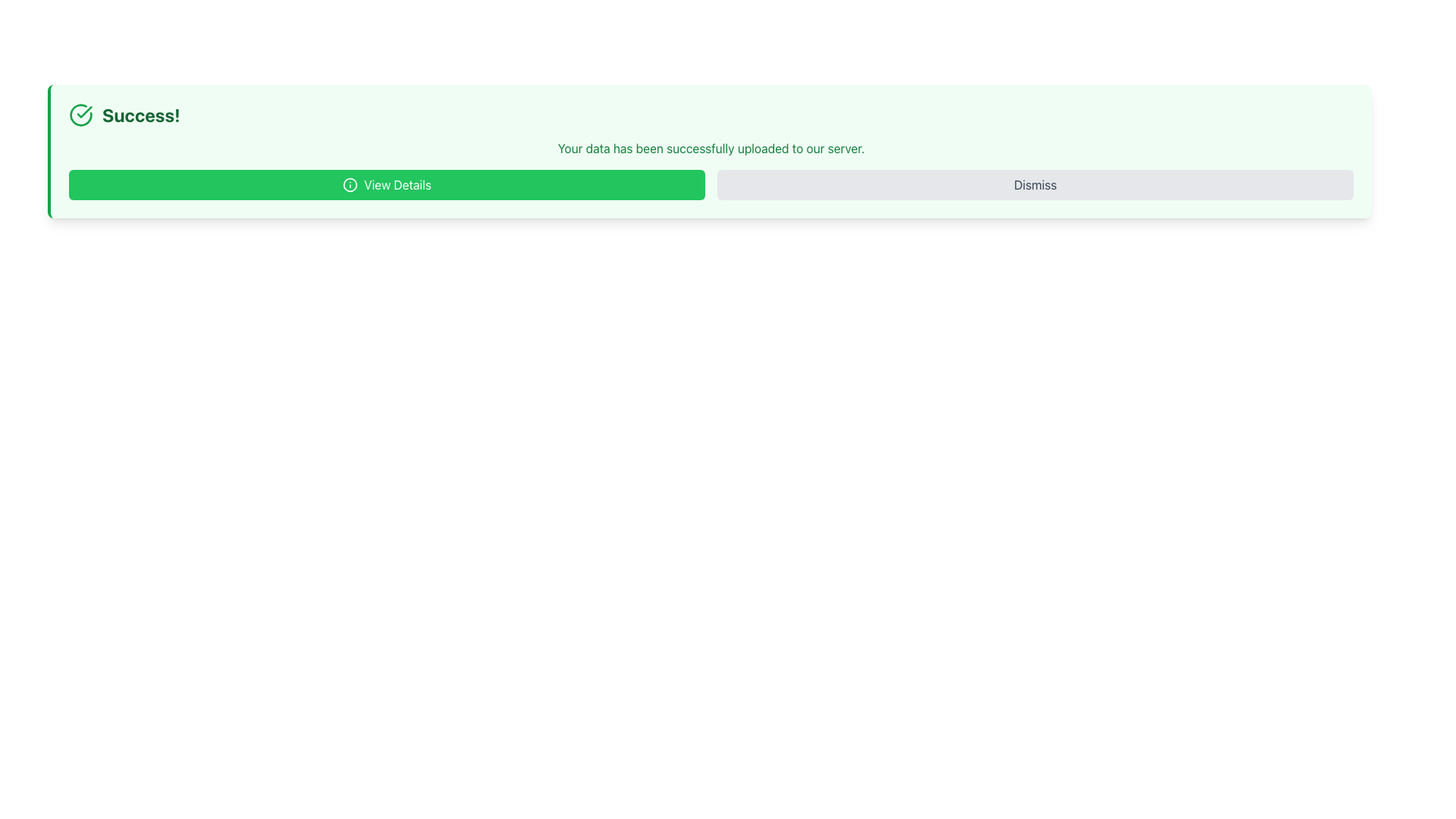 This screenshot has width=1456, height=819. Describe the element at coordinates (350, 184) in the screenshot. I see `the informational icon located to the immediate left of the 'View Details' text within the green rectangular button` at that location.